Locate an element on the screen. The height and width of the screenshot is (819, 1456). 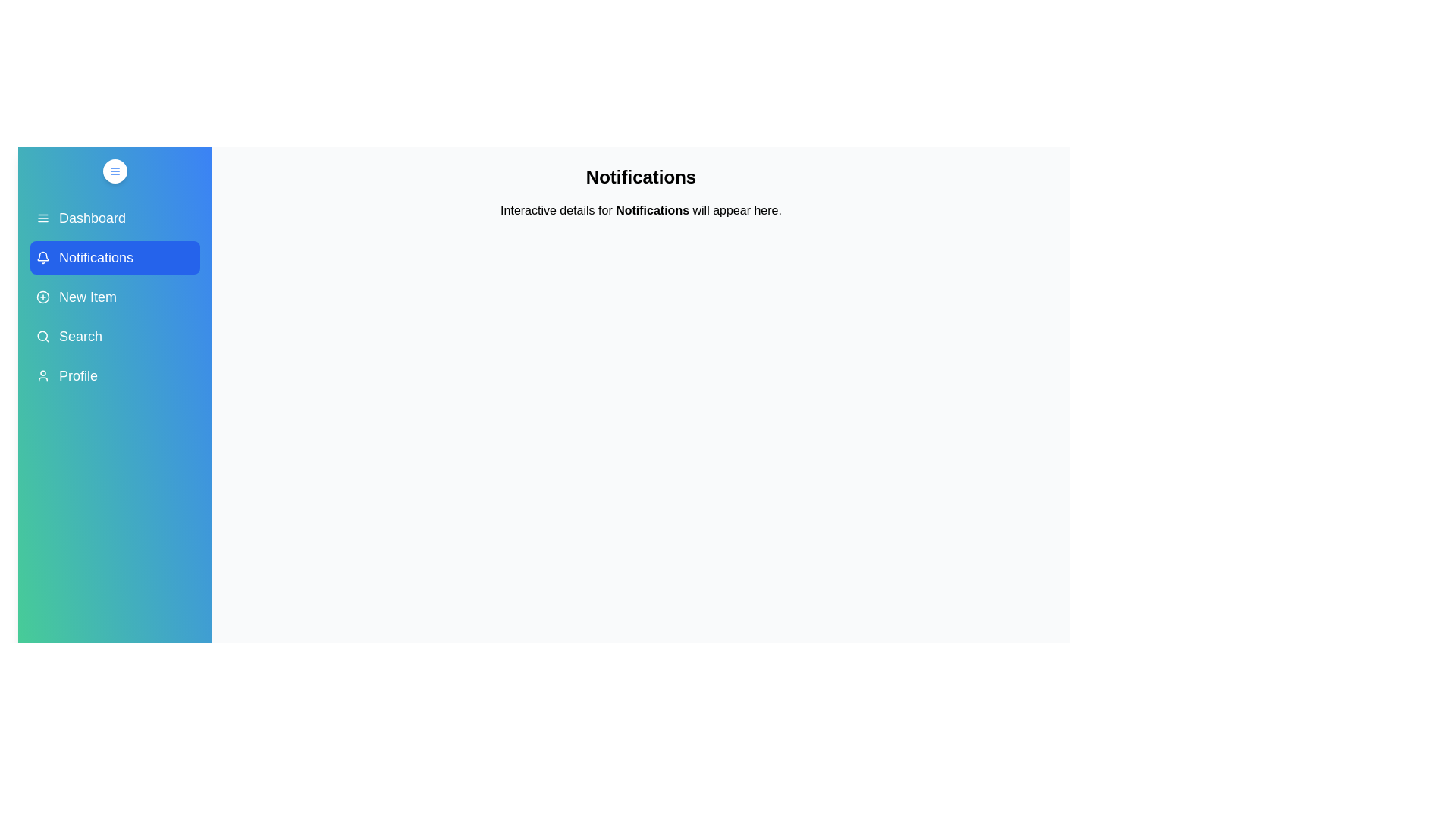
the menu item New Item in the sidebar to display its details is located at coordinates (115, 297).